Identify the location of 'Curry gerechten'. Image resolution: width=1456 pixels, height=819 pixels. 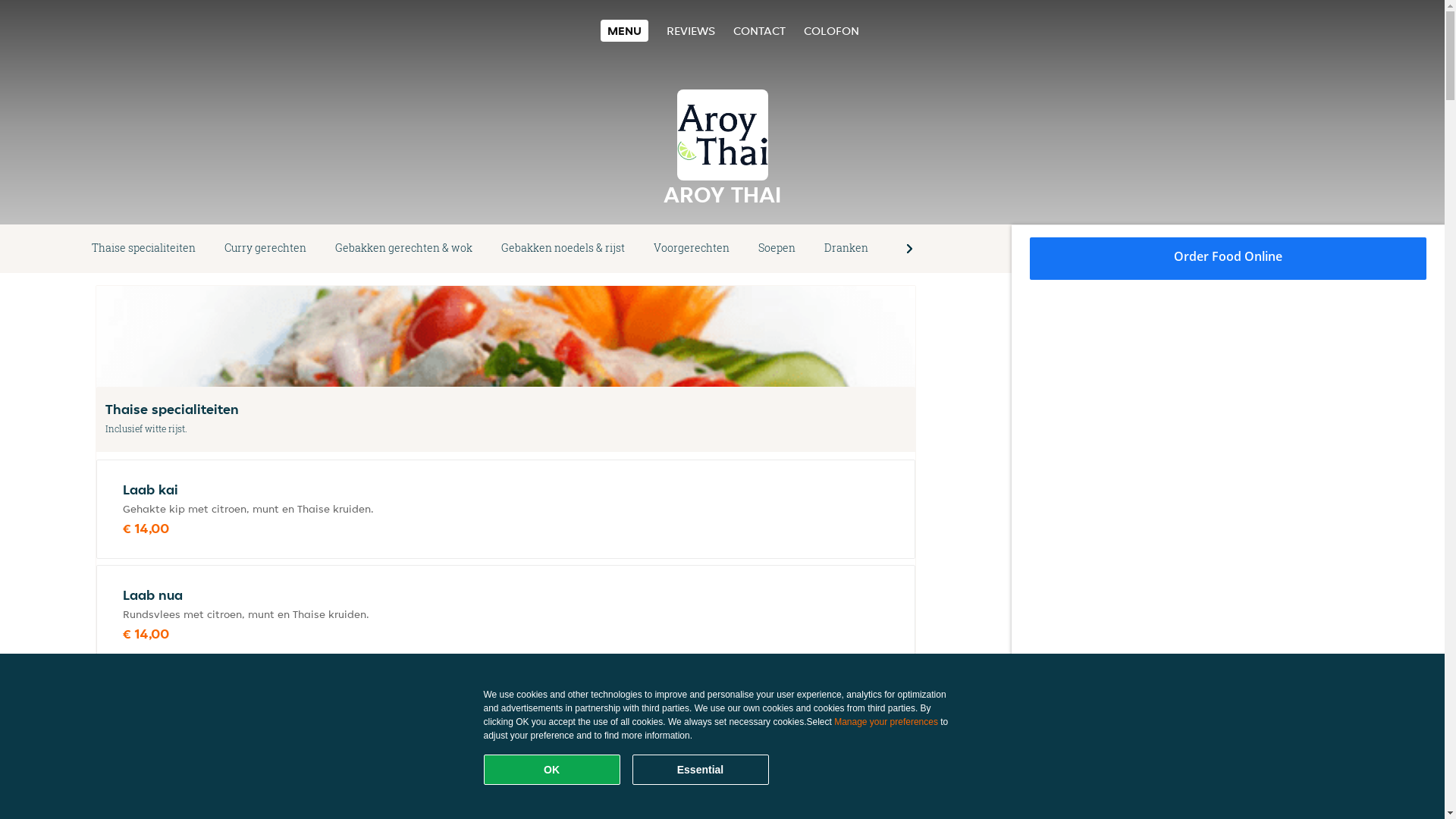
(209, 247).